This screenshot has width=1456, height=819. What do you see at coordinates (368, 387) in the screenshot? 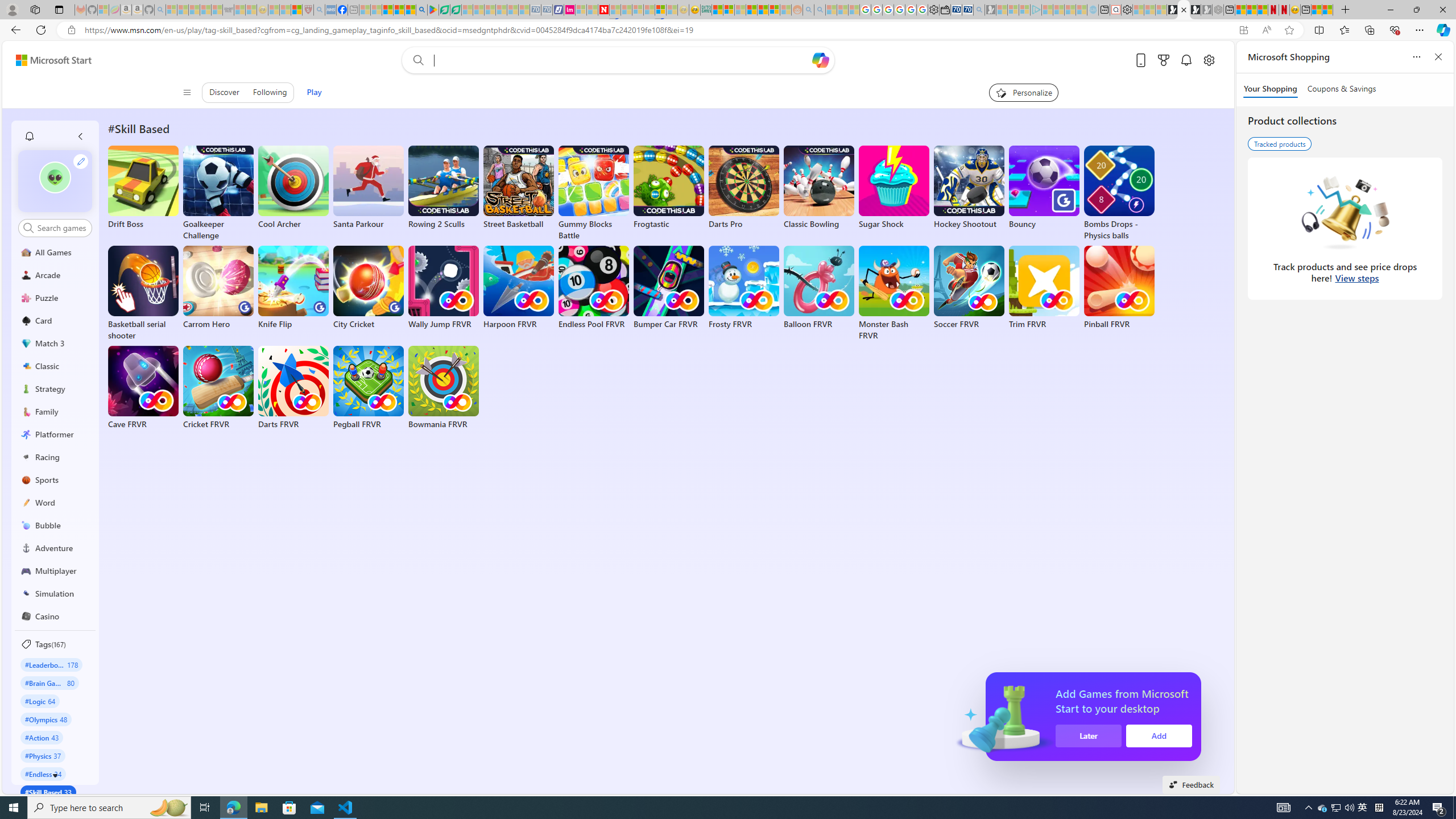
I see `'Pegball FRVR'` at bounding box center [368, 387].